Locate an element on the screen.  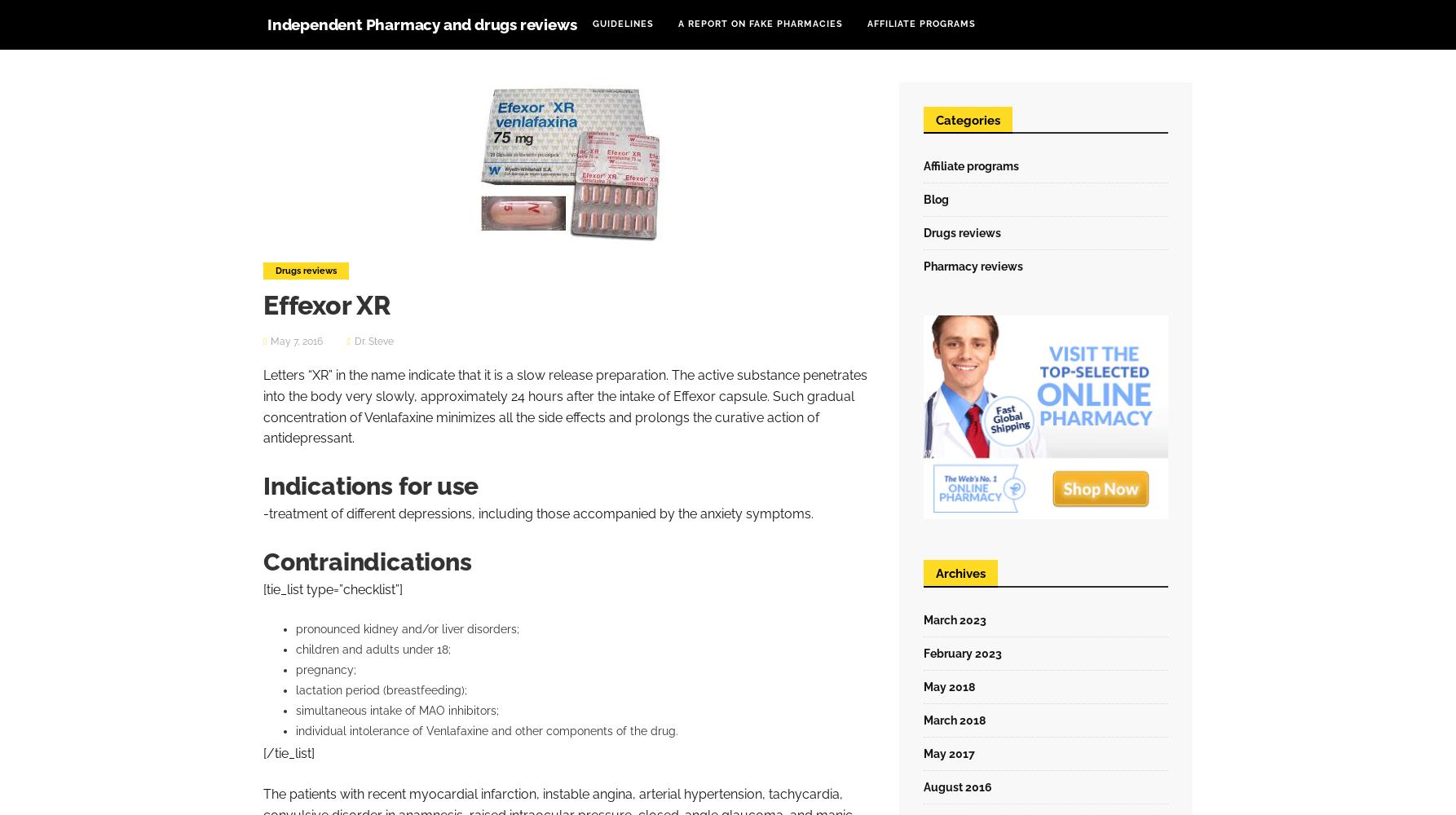
'[tie_list type=”checklist”]' is located at coordinates (333, 588).